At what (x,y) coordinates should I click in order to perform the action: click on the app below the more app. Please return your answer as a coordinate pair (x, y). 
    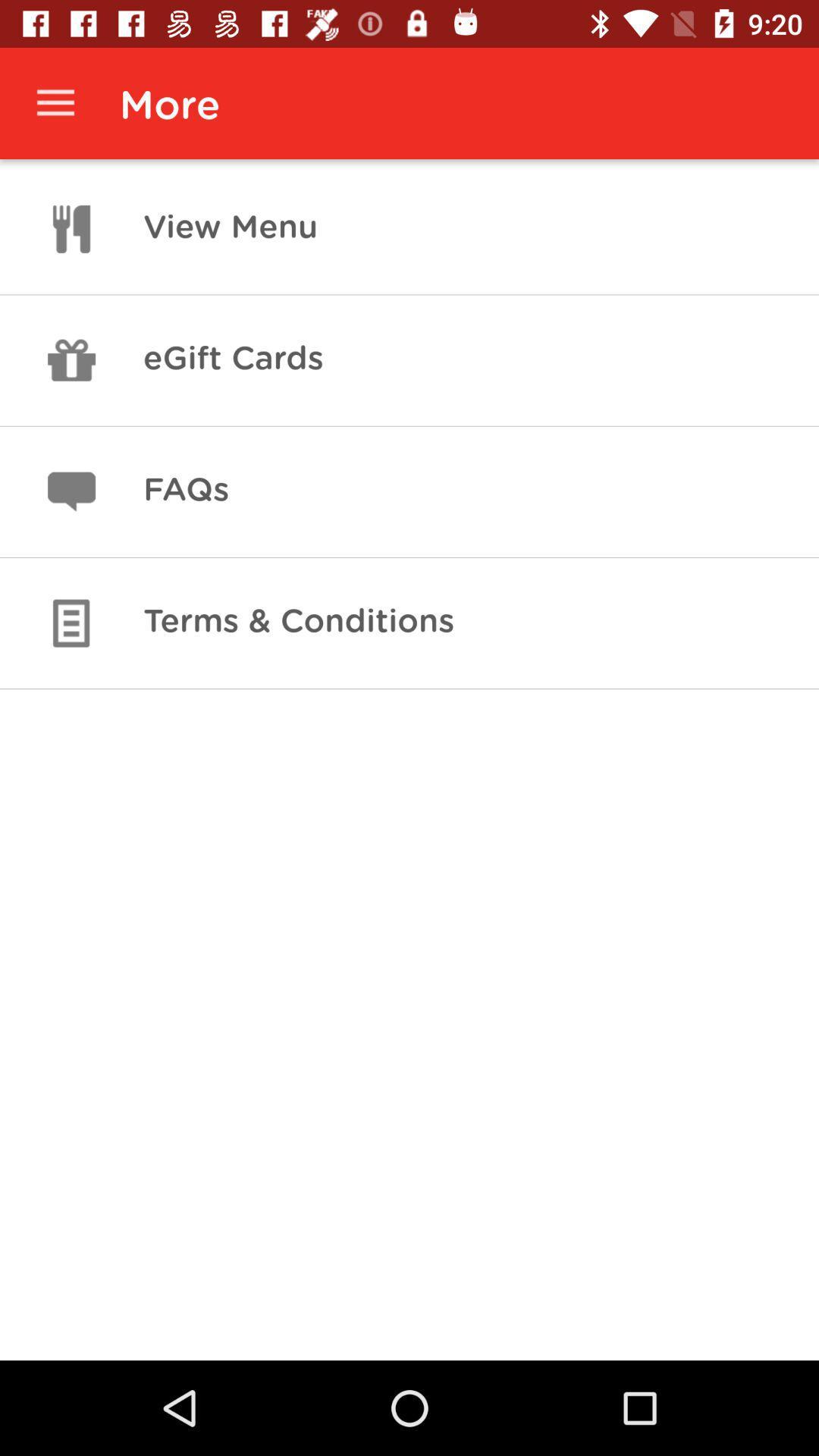
    Looking at the image, I should click on (231, 228).